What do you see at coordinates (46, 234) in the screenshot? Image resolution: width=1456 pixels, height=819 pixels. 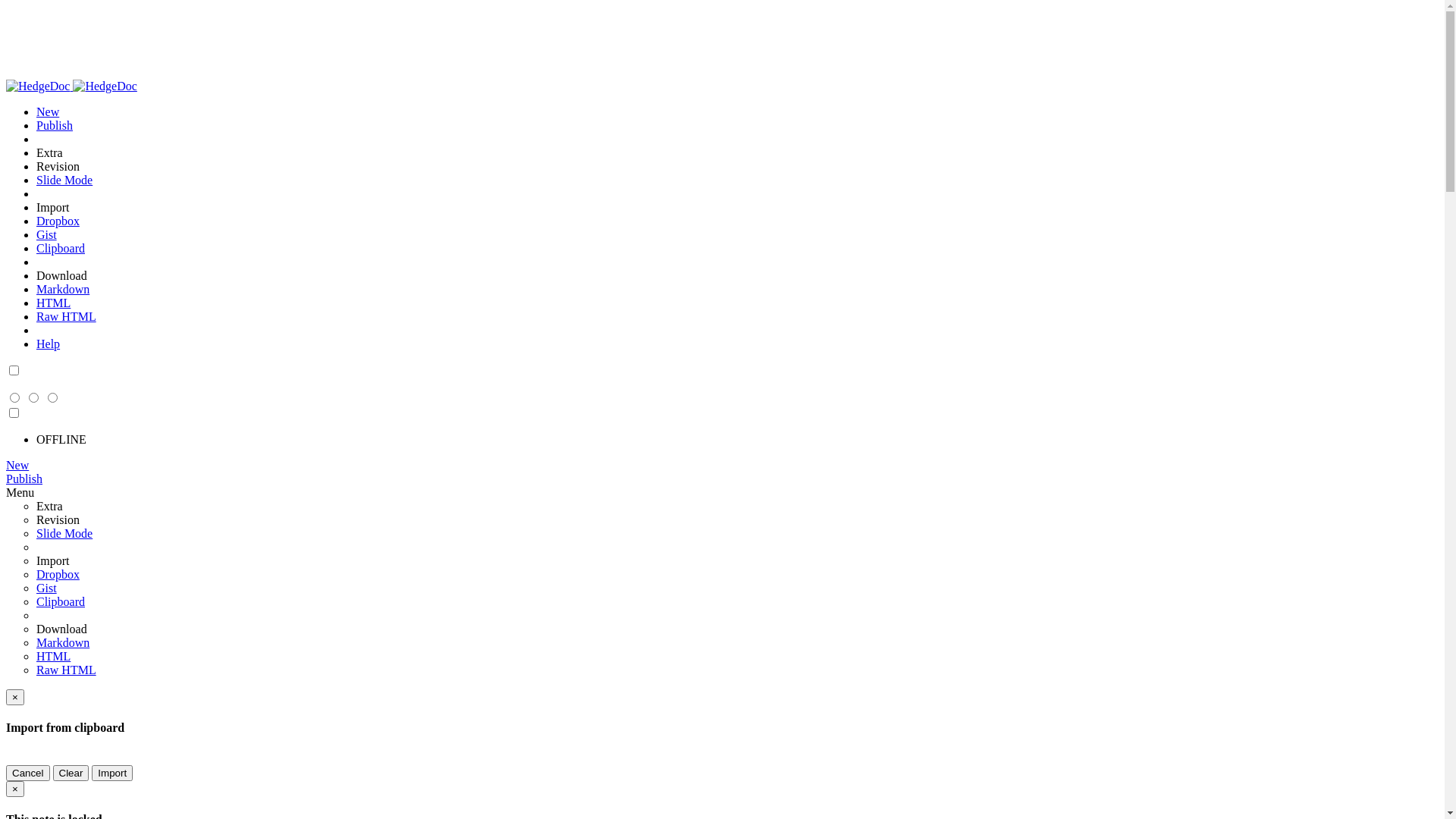 I see `'Gist'` at bounding box center [46, 234].